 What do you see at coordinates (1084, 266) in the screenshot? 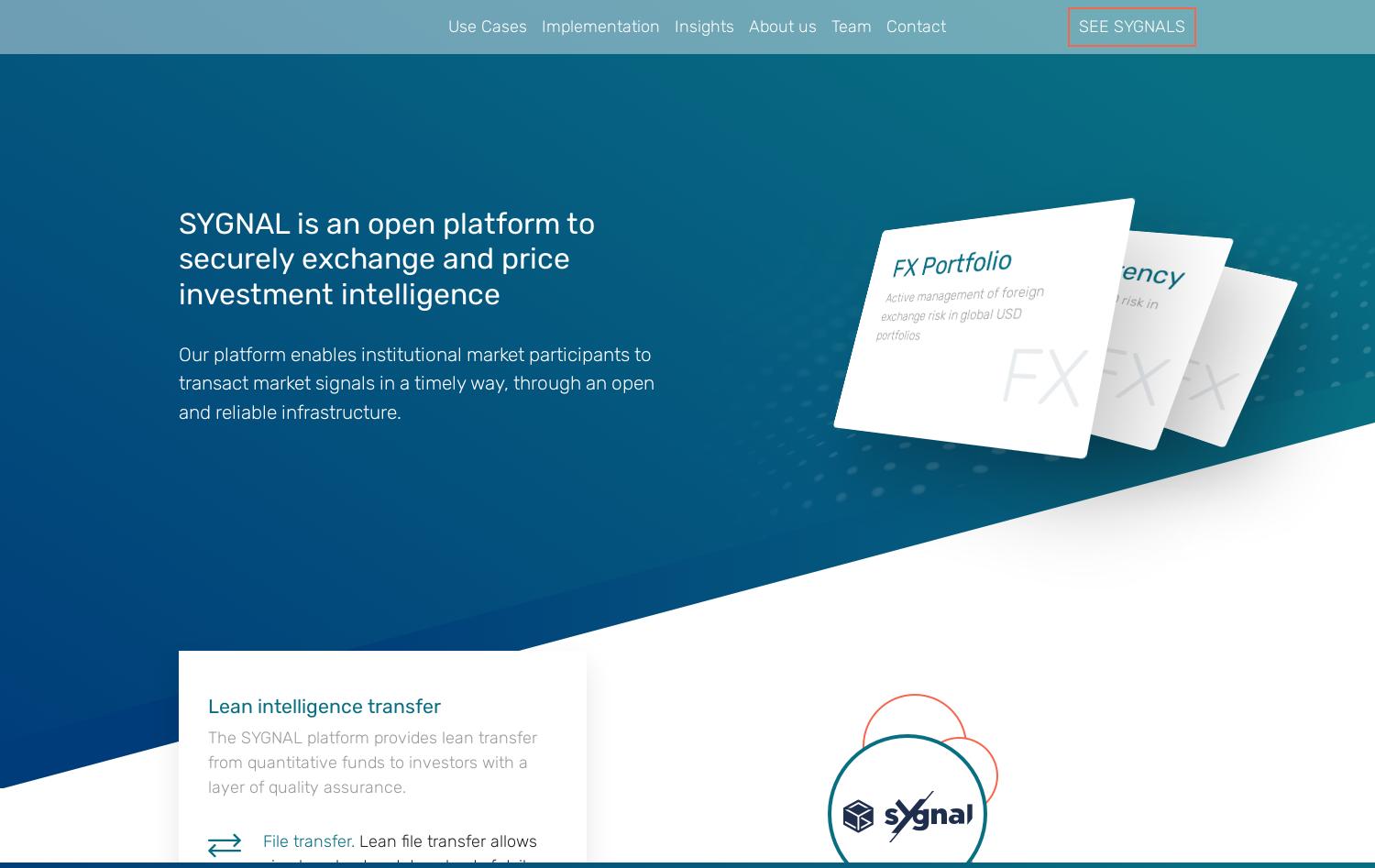
I see `'USDSEK Currency'` at bounding box center [1084, 266].